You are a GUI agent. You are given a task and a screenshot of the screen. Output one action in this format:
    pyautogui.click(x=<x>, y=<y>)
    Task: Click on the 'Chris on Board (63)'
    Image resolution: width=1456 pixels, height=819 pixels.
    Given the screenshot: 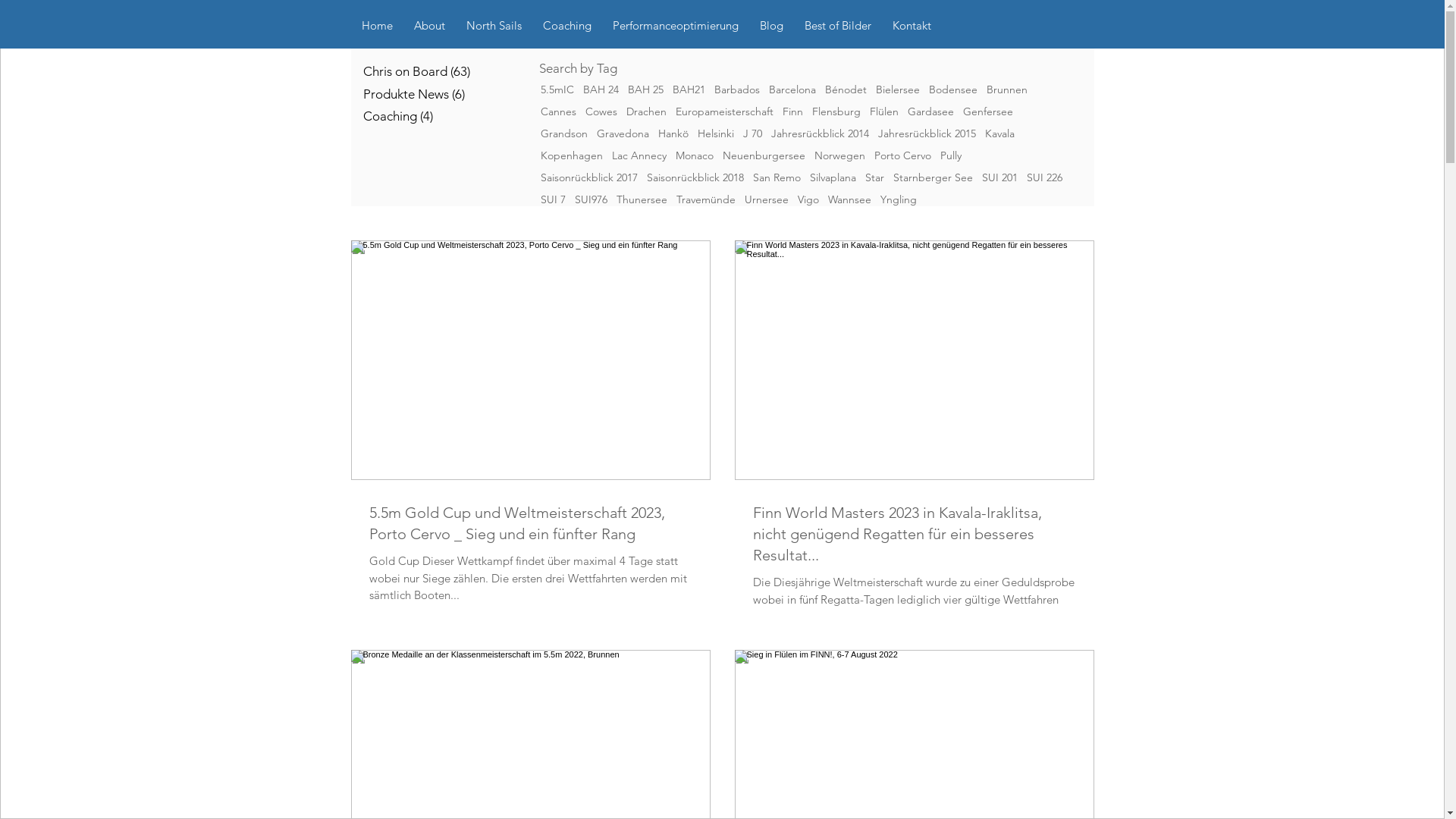 What is the action you would take?
    pyautogui.click(x=472, y=72)
    